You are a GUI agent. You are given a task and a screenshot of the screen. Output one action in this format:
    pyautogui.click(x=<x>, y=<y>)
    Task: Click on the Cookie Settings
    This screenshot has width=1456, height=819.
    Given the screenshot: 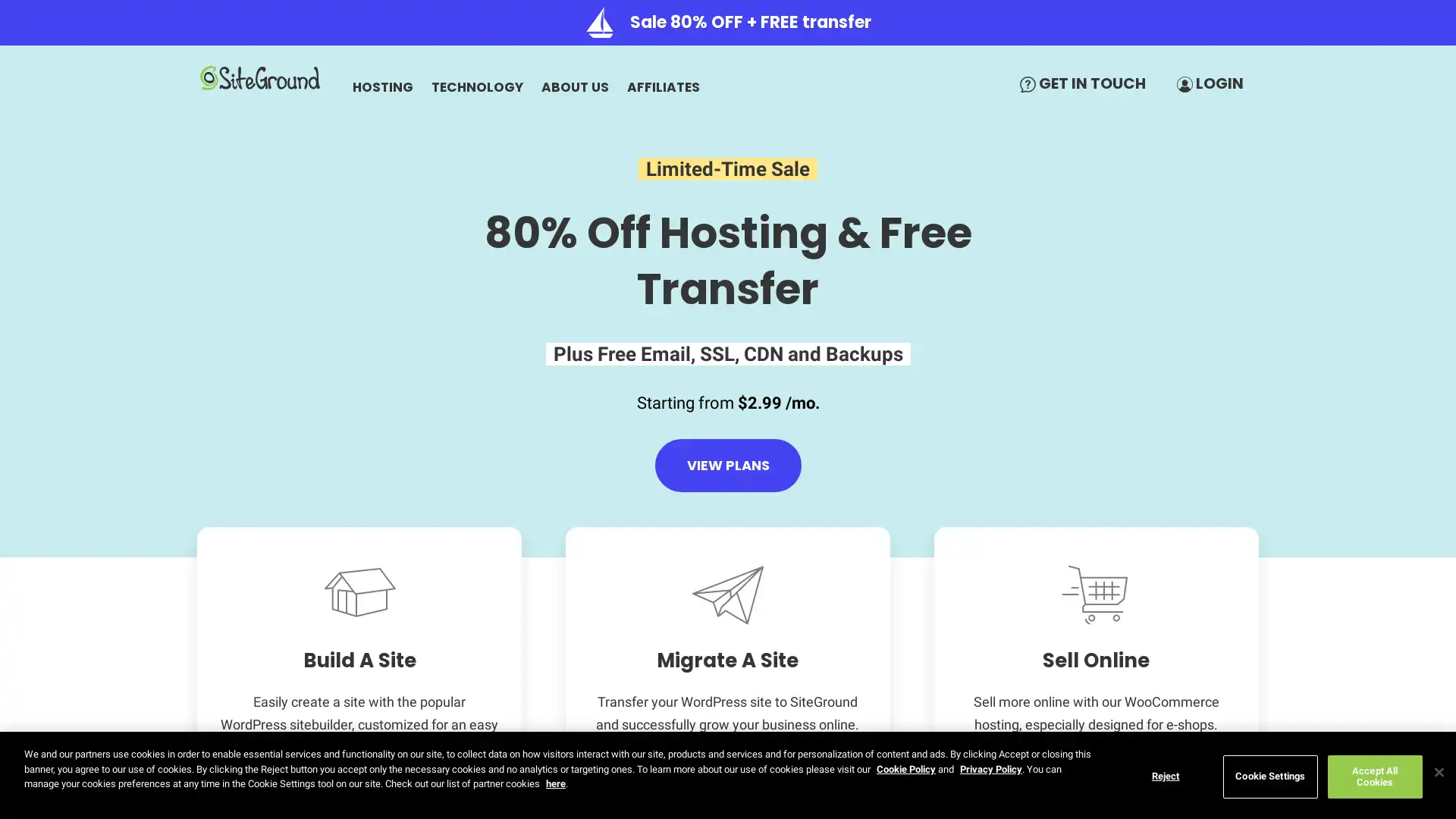 What is the action you would take?
    pyautogui.click(x=1269, y=776)
    